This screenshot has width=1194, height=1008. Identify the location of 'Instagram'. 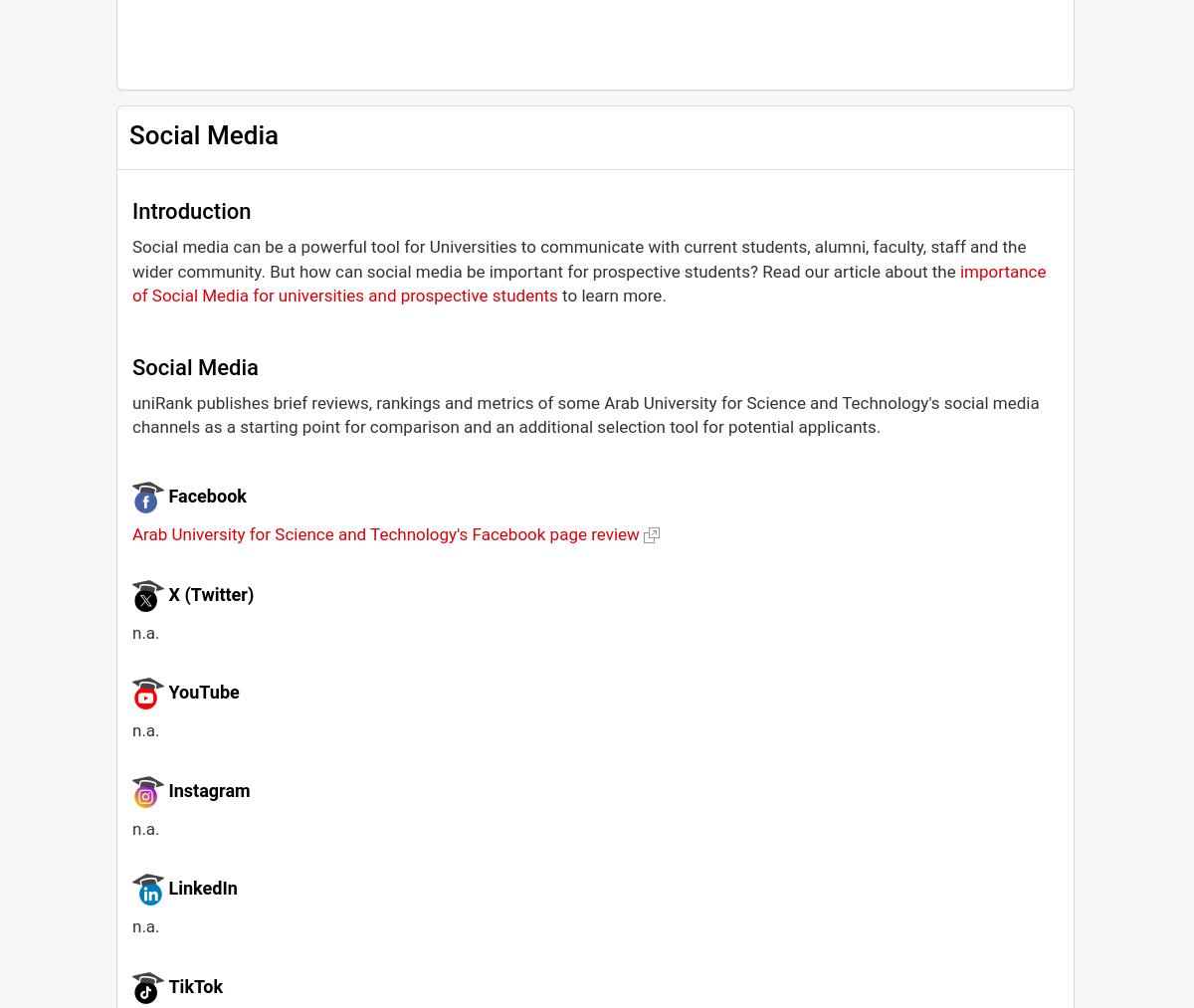
(208, 789).